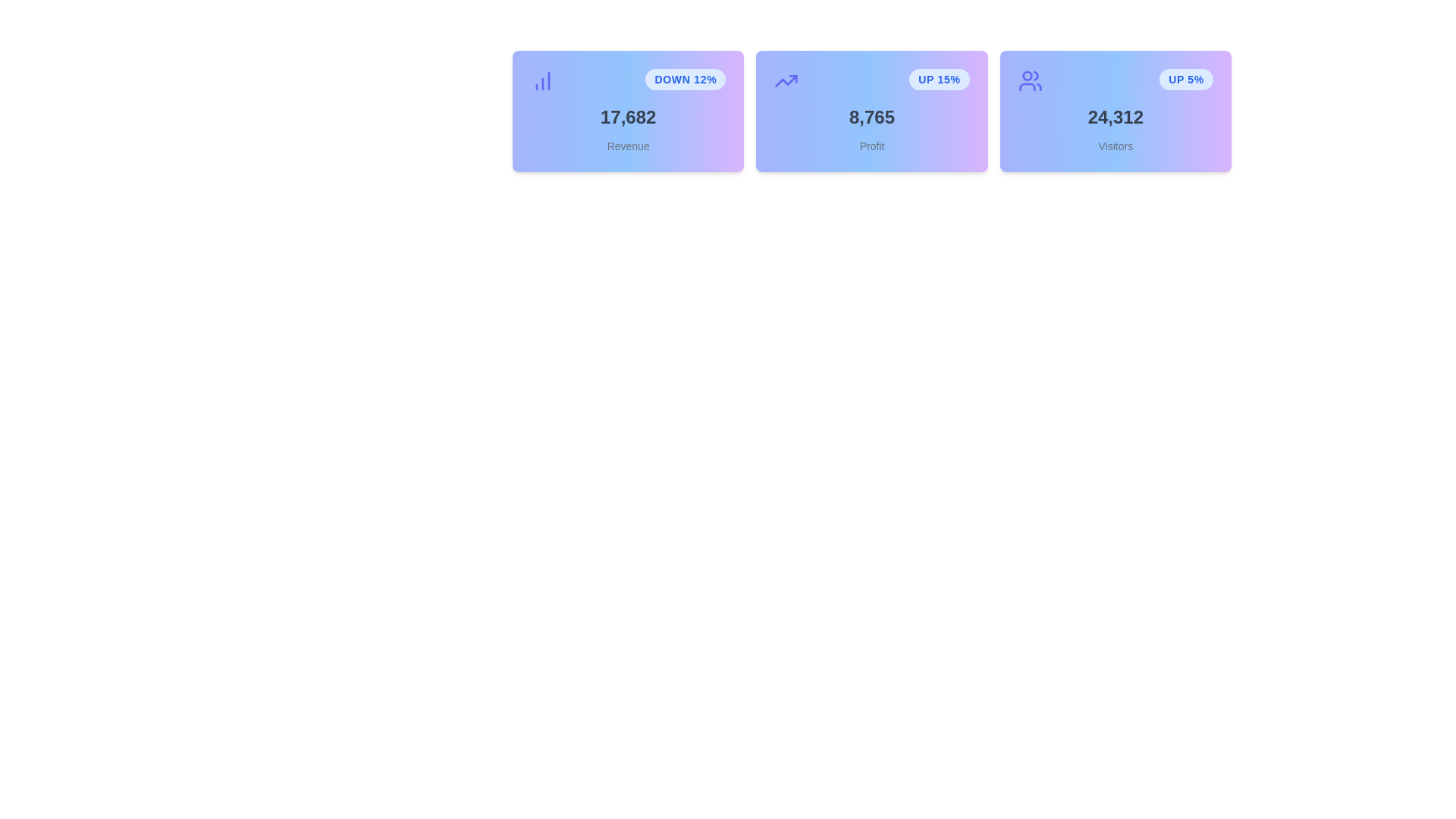 This screenshot has width=1456, height=819. What do you see at coordinates (1035, 76) in the screenshot?
I see `the user group icon located at the top-right portion of the icon, represented by a small circular section` at bounding box center [1035, 76].